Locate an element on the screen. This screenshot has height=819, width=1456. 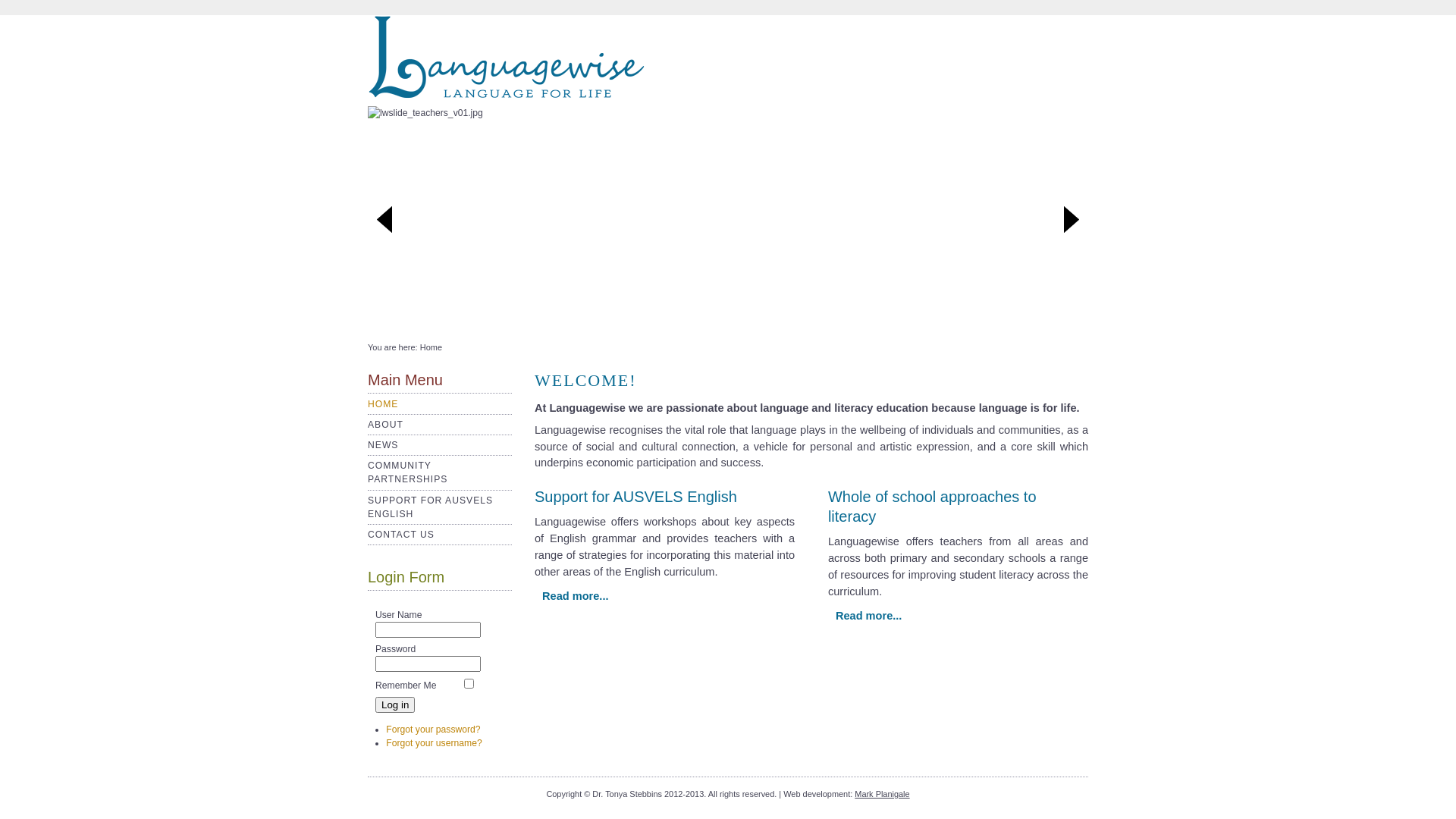
'Support for AUSVELS English' is located at coordinates (635, 497).